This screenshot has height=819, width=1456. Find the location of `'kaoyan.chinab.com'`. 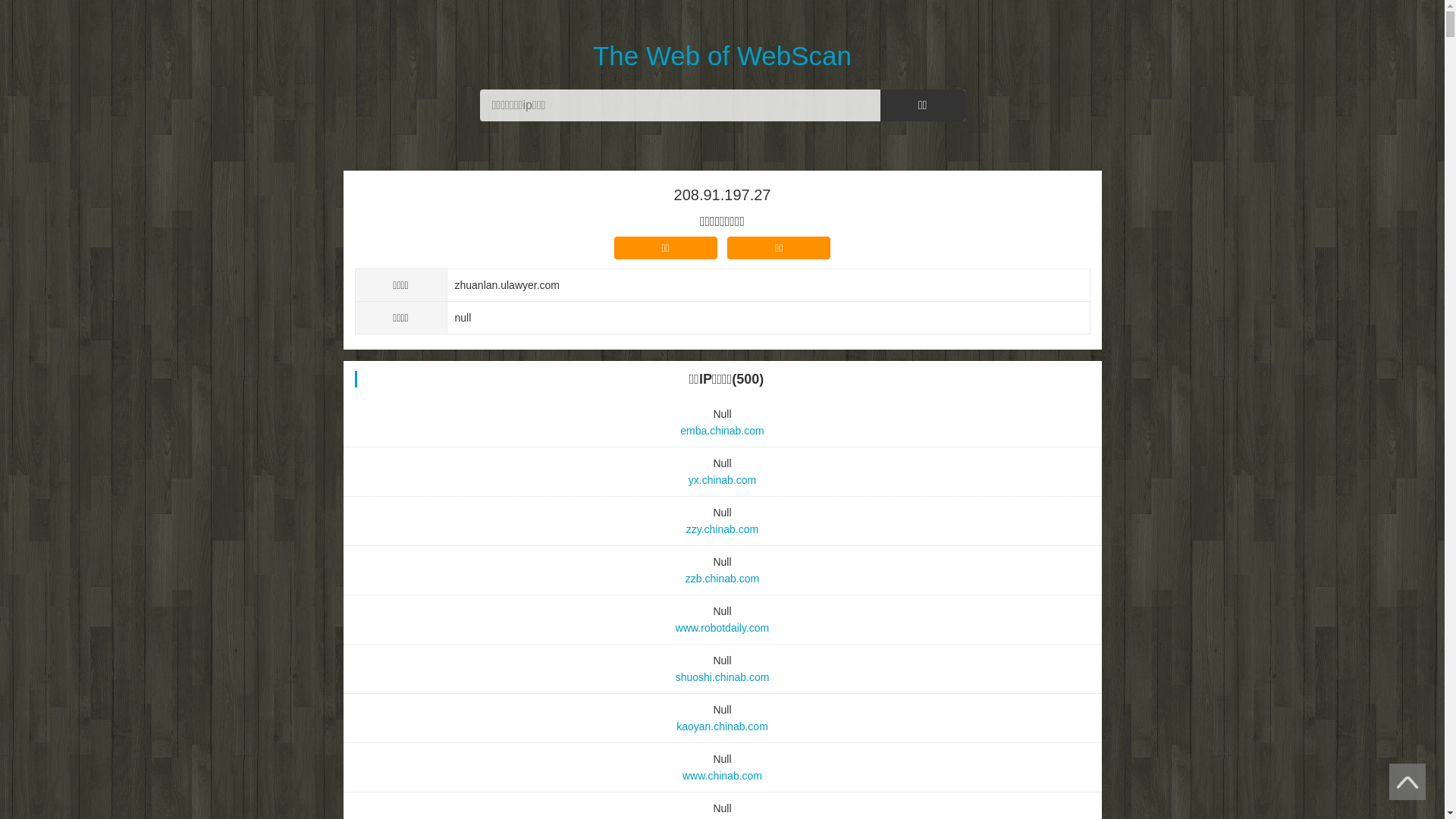

'kaoyan.chinab.com' is located at coordinates (722, 725).